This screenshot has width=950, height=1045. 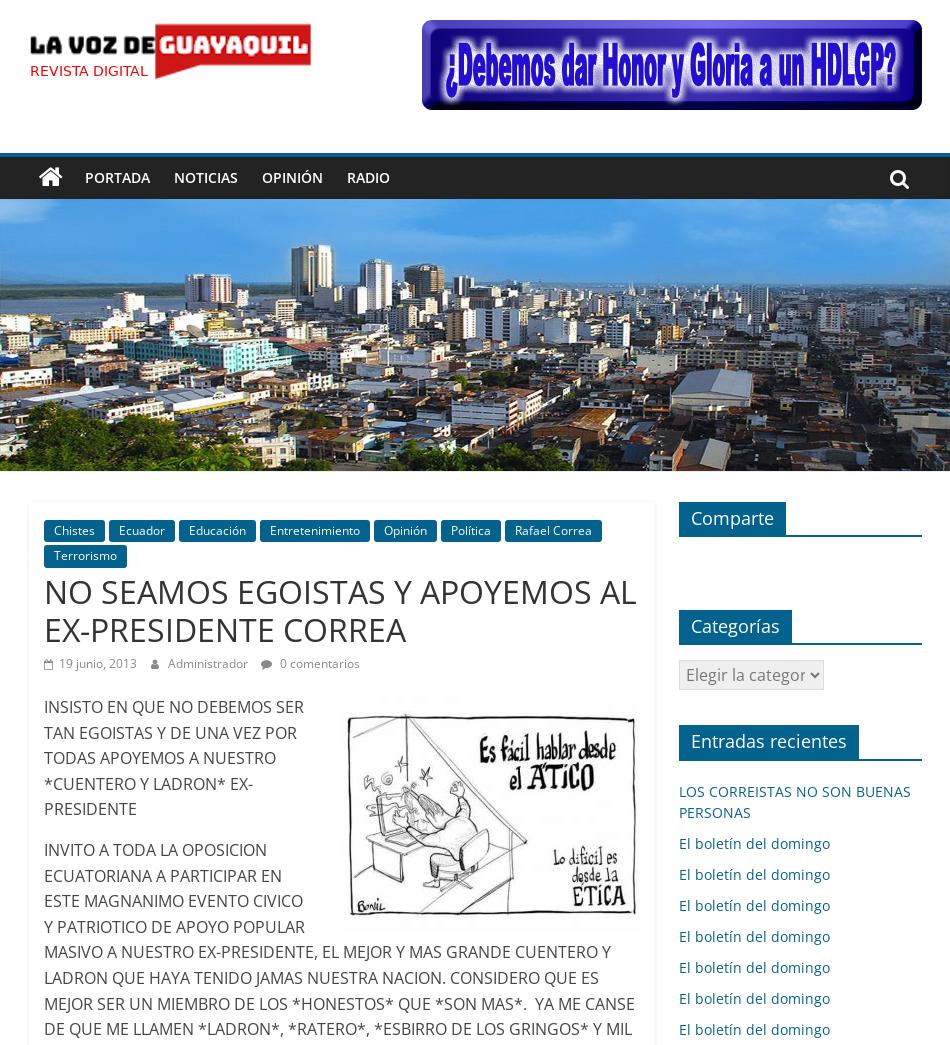 What do you see at coordinates (733, 624) in the screenshot?
I see `'Categorías'` at bounding box center [733, 624].